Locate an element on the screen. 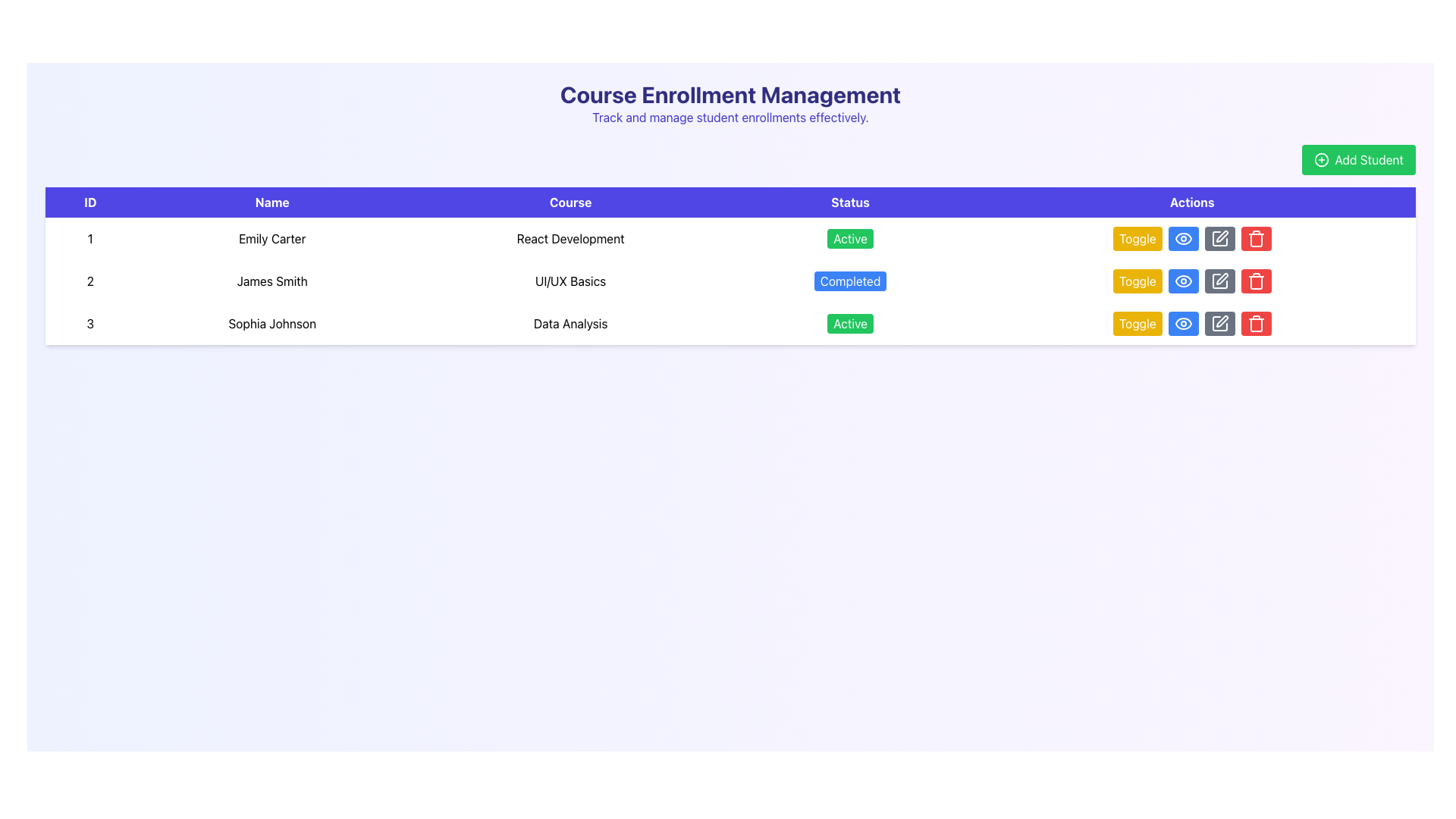 The width and height of the screenshot is (1456, 819). the 'Active' status badge for 'Emily Carter' in the Status column of the table, which indicates the course 'React Development' is located at coordinates (850, 239).